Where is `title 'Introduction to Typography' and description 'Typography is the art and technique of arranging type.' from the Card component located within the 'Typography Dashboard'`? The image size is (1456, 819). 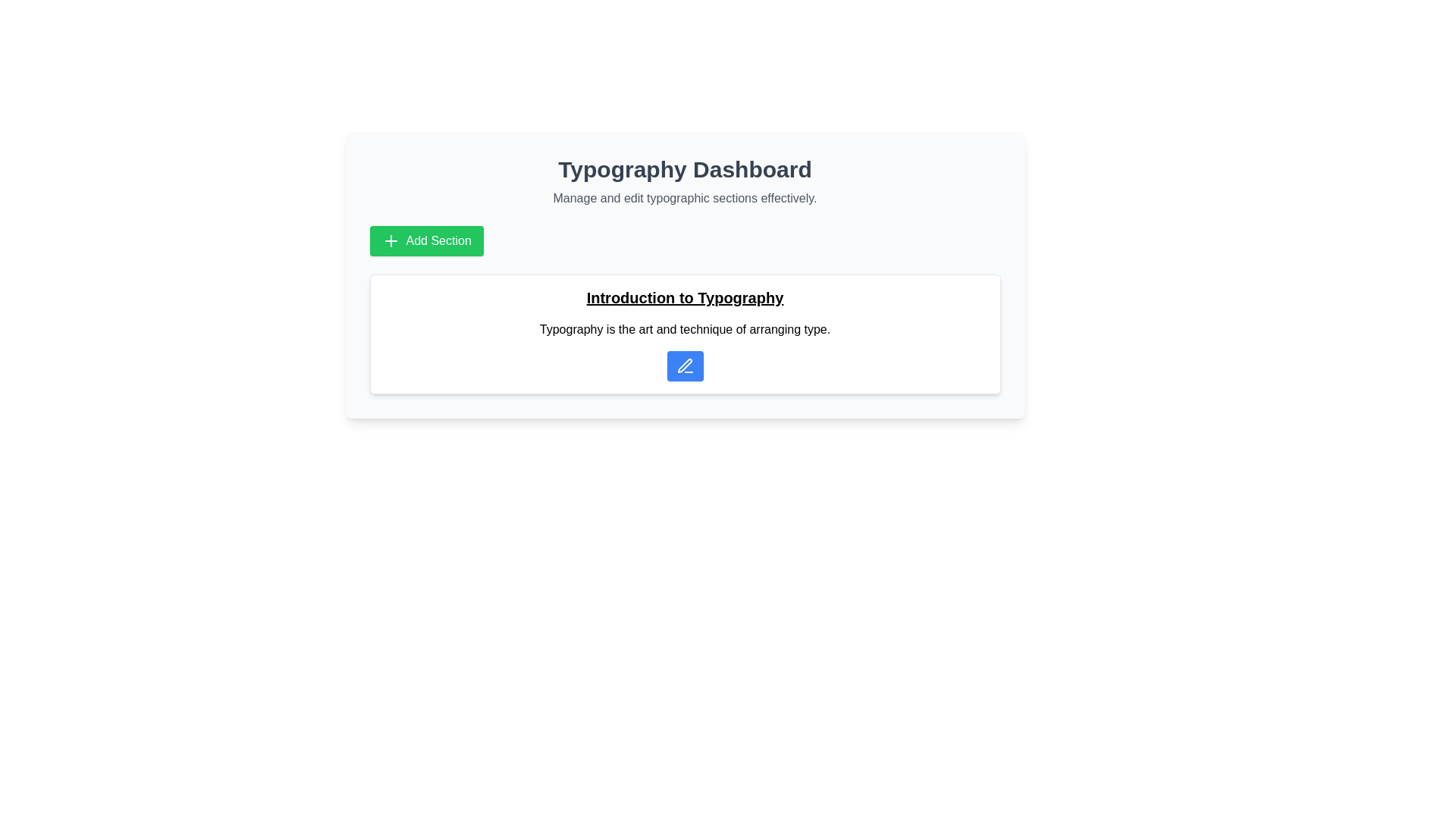 title 'Introduction to Typography' and description 'Typography is the art and technique of arranging type.' from the Card component located within the 'Typography Dashboard' is located at coordinates (684, 333).